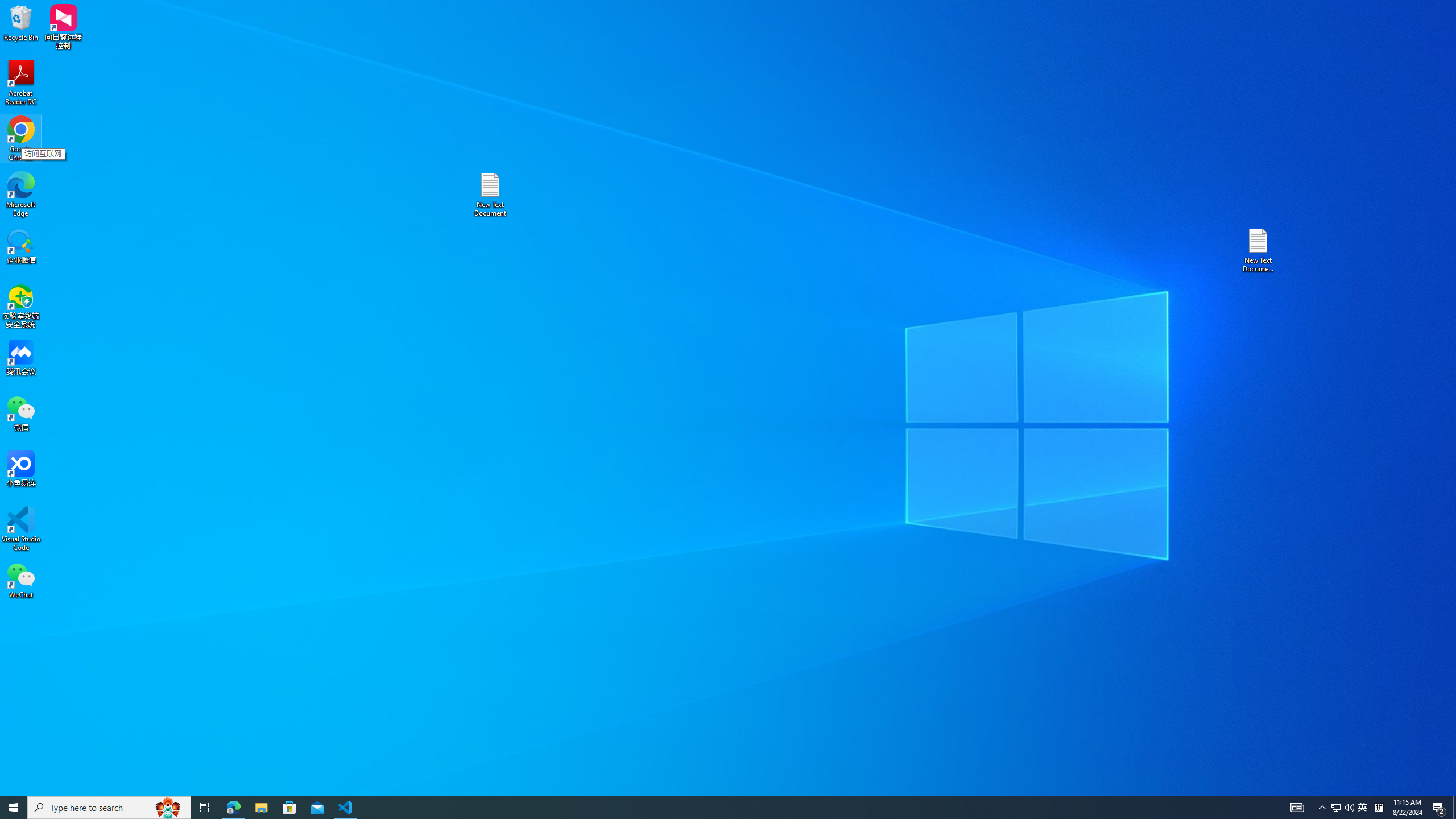 The height and width of the screenshot is (819, 1456). What do you see at coordinates (20, 580) in the screenshot?
I see `'WeChat'` at bounding box center [20, 580].